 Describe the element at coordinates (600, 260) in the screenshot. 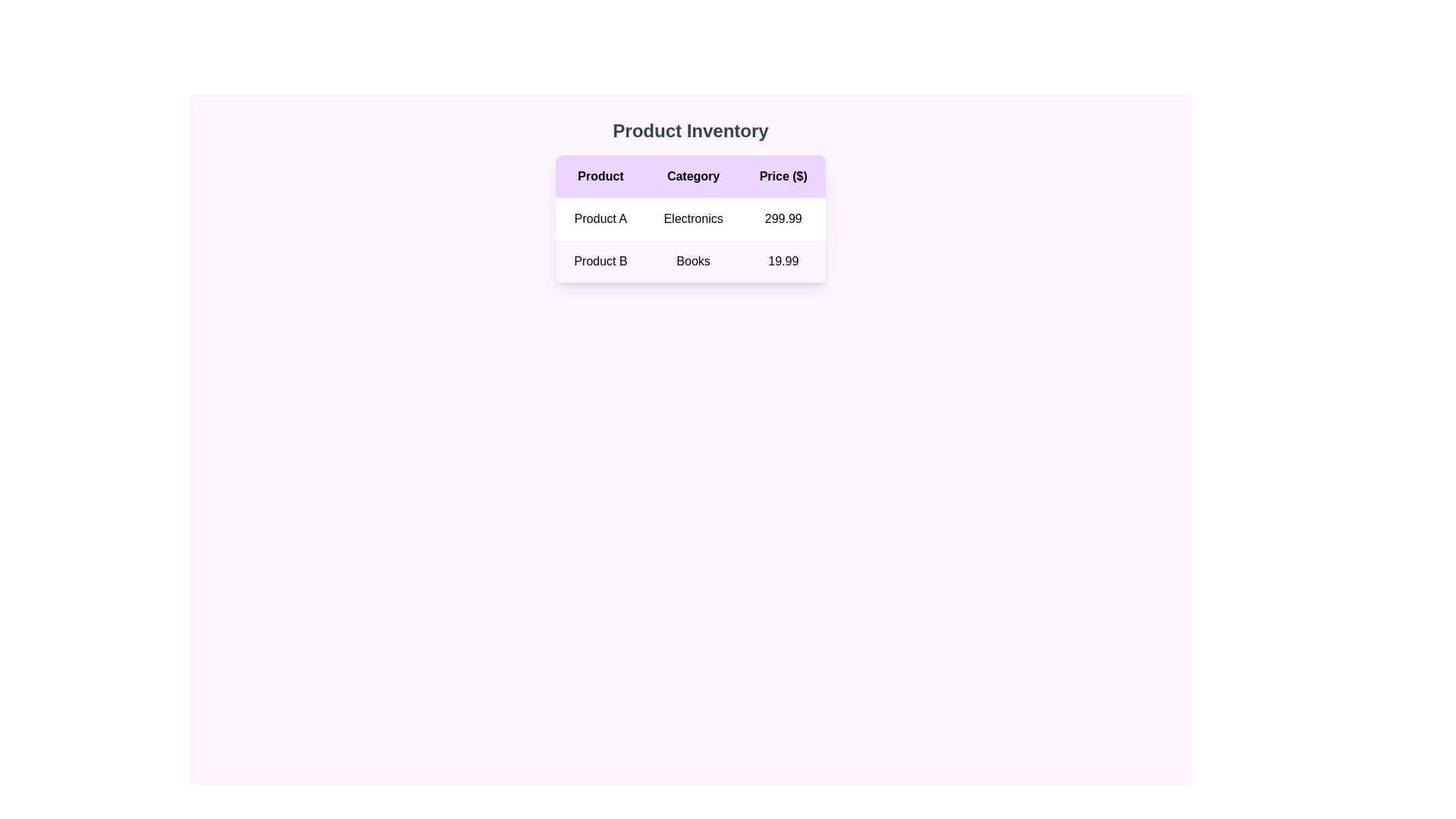

I see `the static text element displaying 'Product B' in the first column of the second row of the 'Product Inventory' table` at that location.